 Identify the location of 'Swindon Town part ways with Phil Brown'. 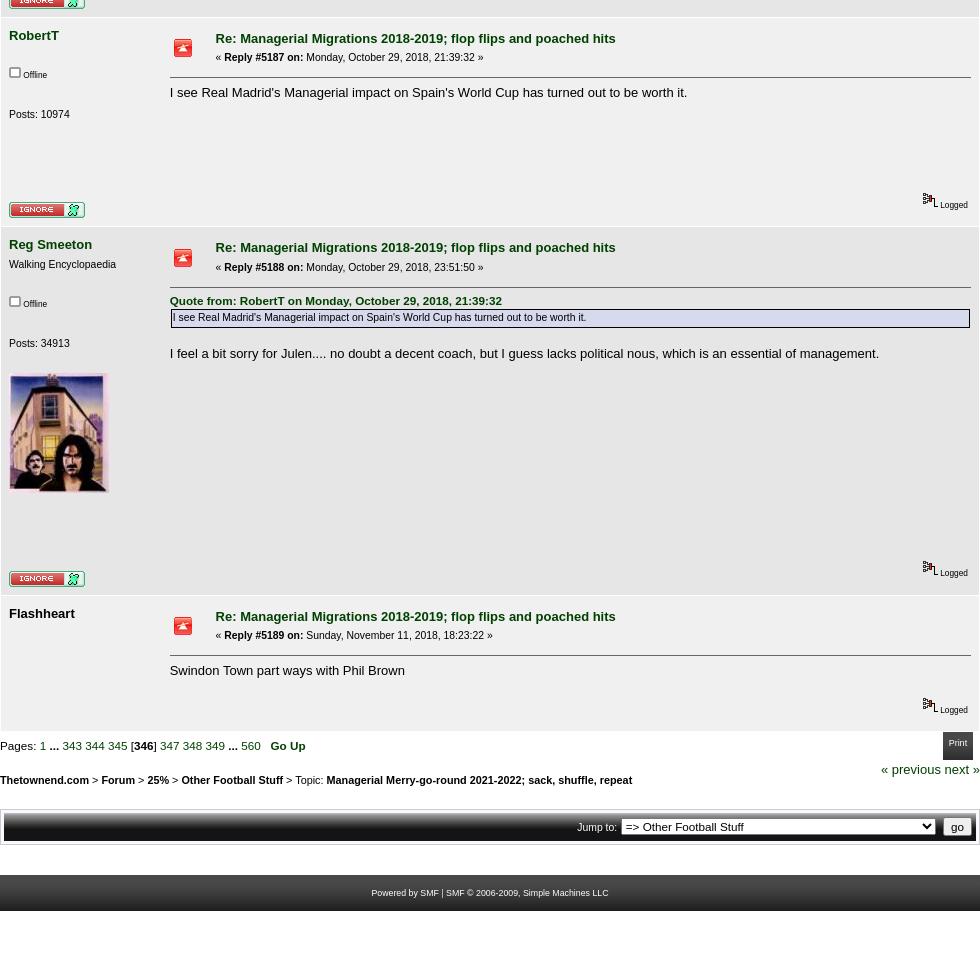
(286, 668).